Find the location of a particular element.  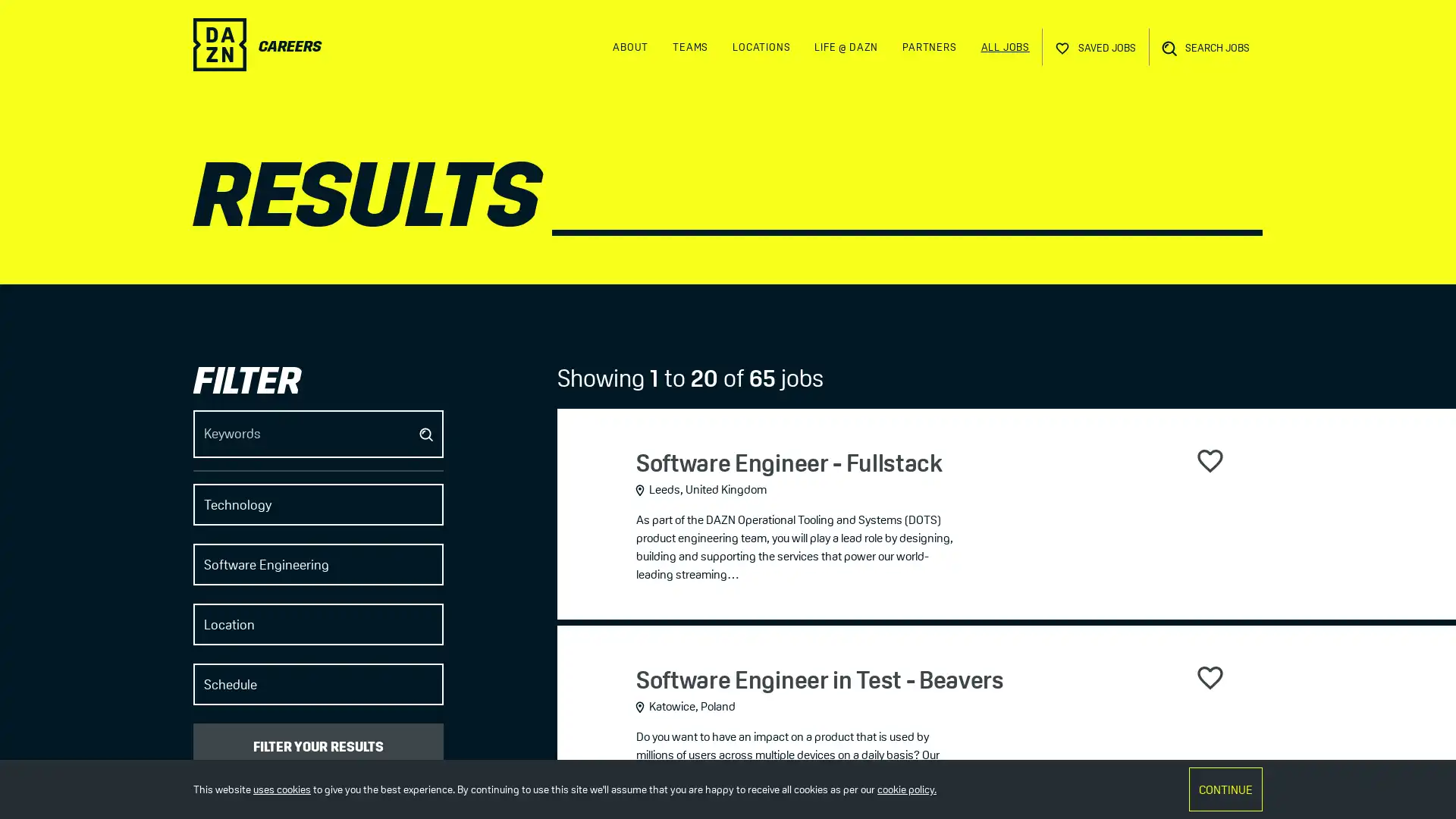

Open Search Bar SEARCH JOBS is located at coordinates (1203, 45).